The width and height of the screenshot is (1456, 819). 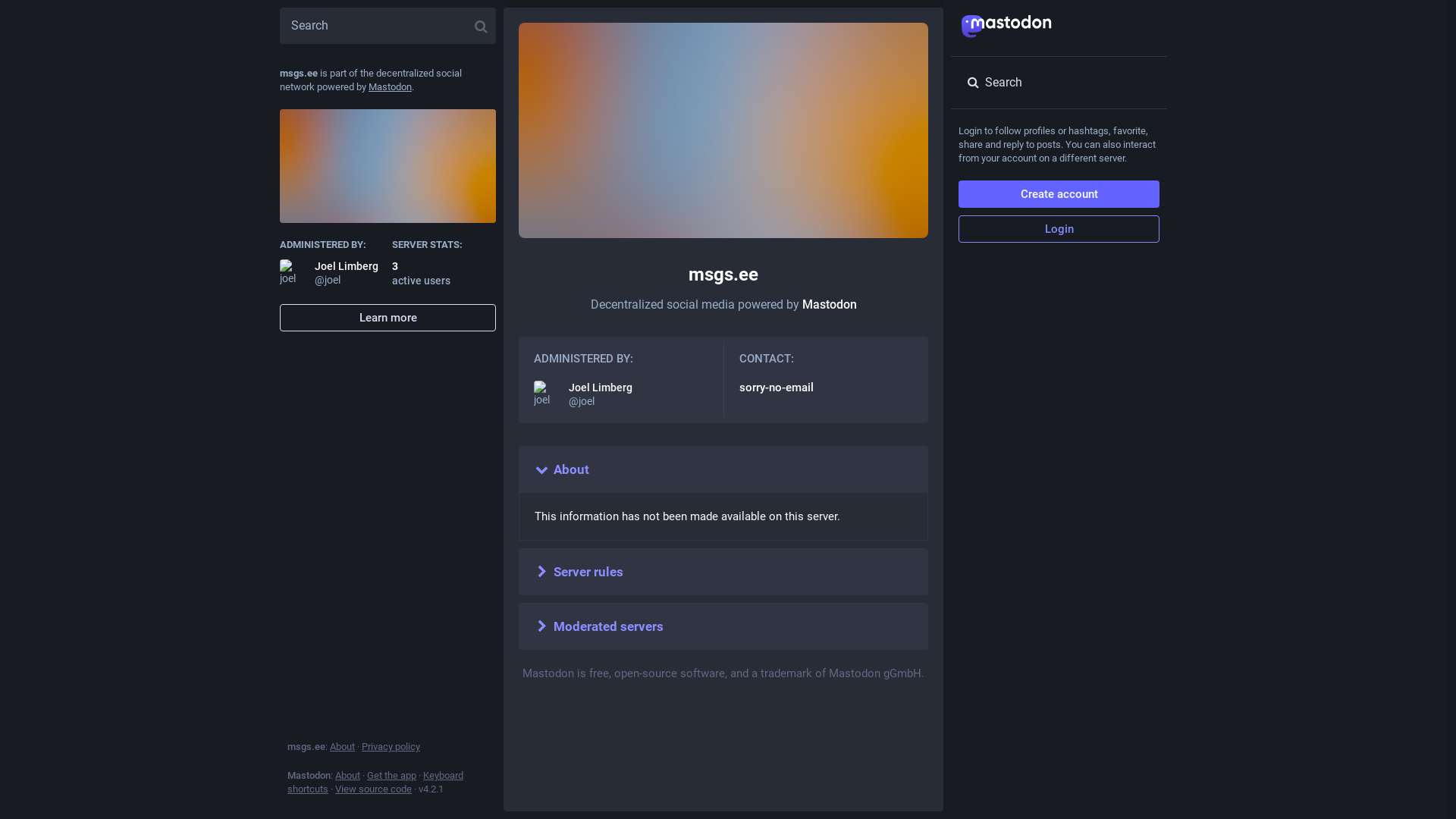 I want to click on 'sorry-no-email', so click(x=775, y=386).